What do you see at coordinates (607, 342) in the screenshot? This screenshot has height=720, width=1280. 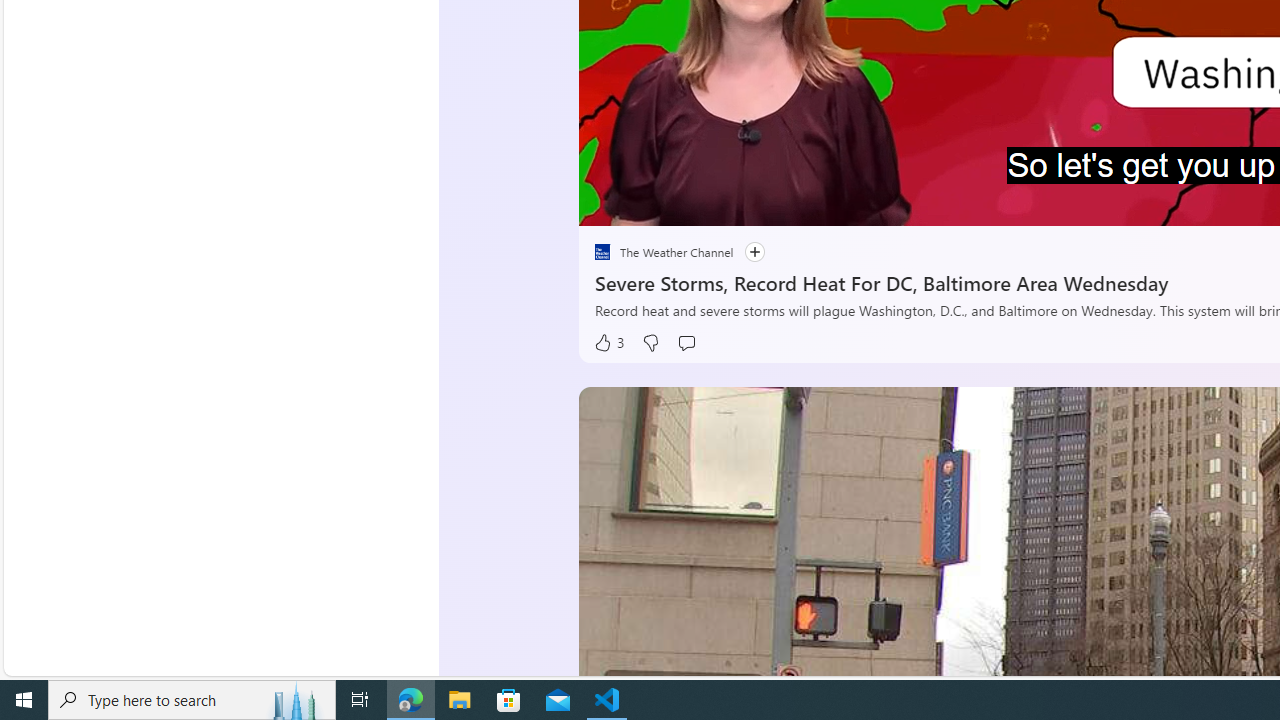 I see `'3 Like'` at bounding box center [607, 342].